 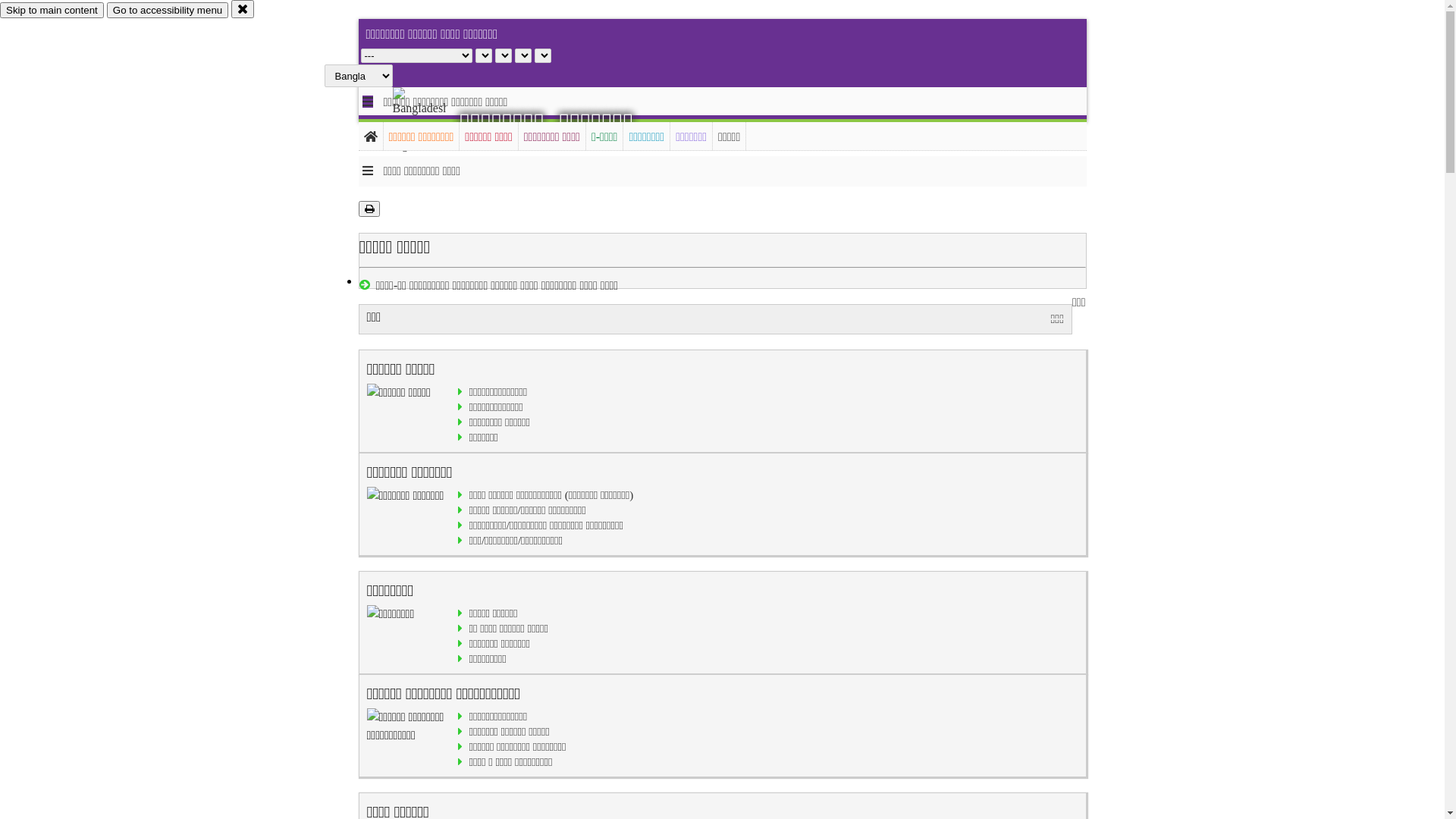 I want to click on 'close', so click(x=243, y=8).